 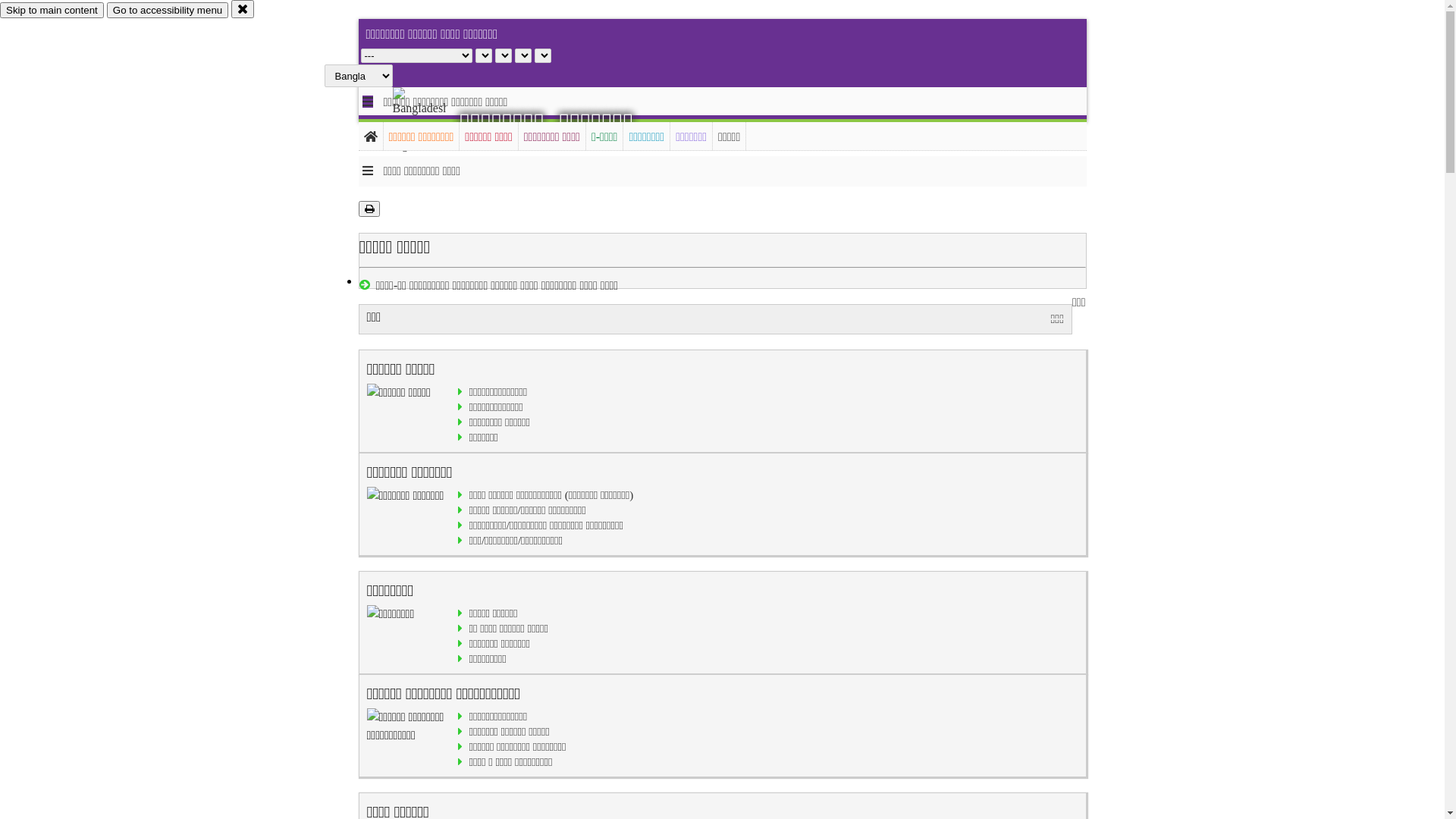 I want to click on 'close', so click(x=243, y=8).